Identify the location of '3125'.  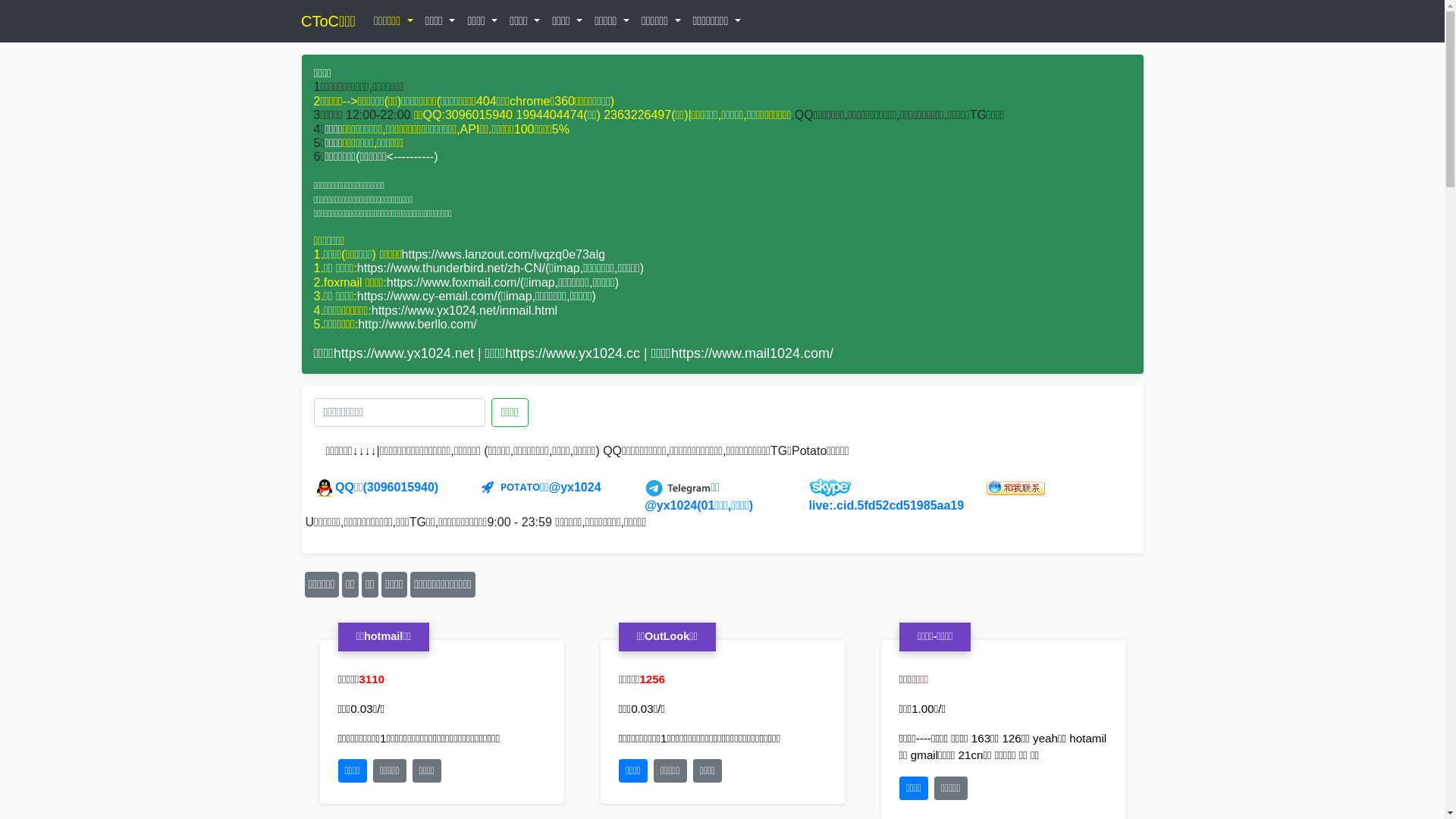
(371, 678).